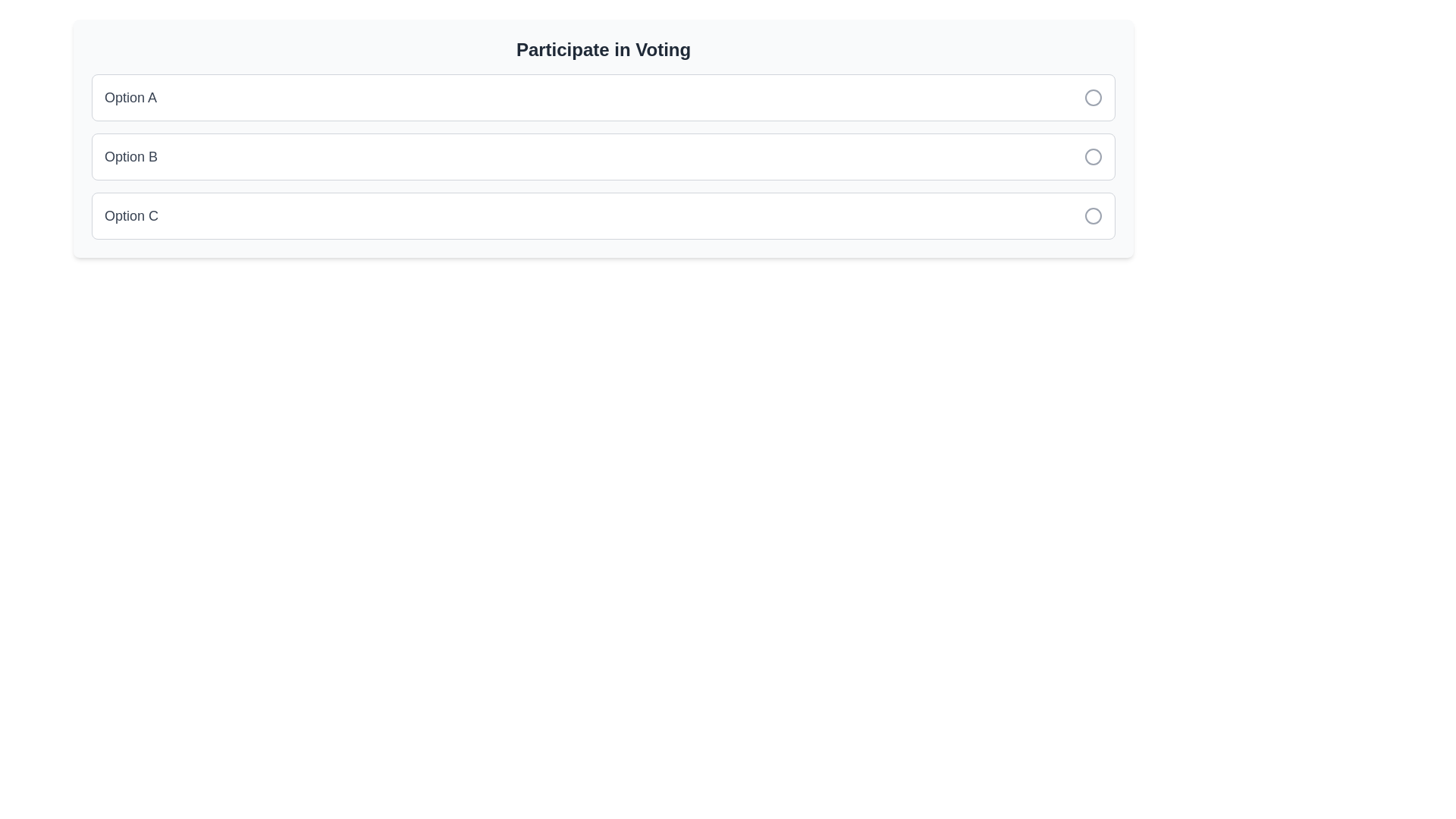  What do you see at coordinates (1093, 216) in the screenshot?
I see `the SVG Icon located at the far right end of the row labeled 'Option C'` at bounding box center [1093, 216].